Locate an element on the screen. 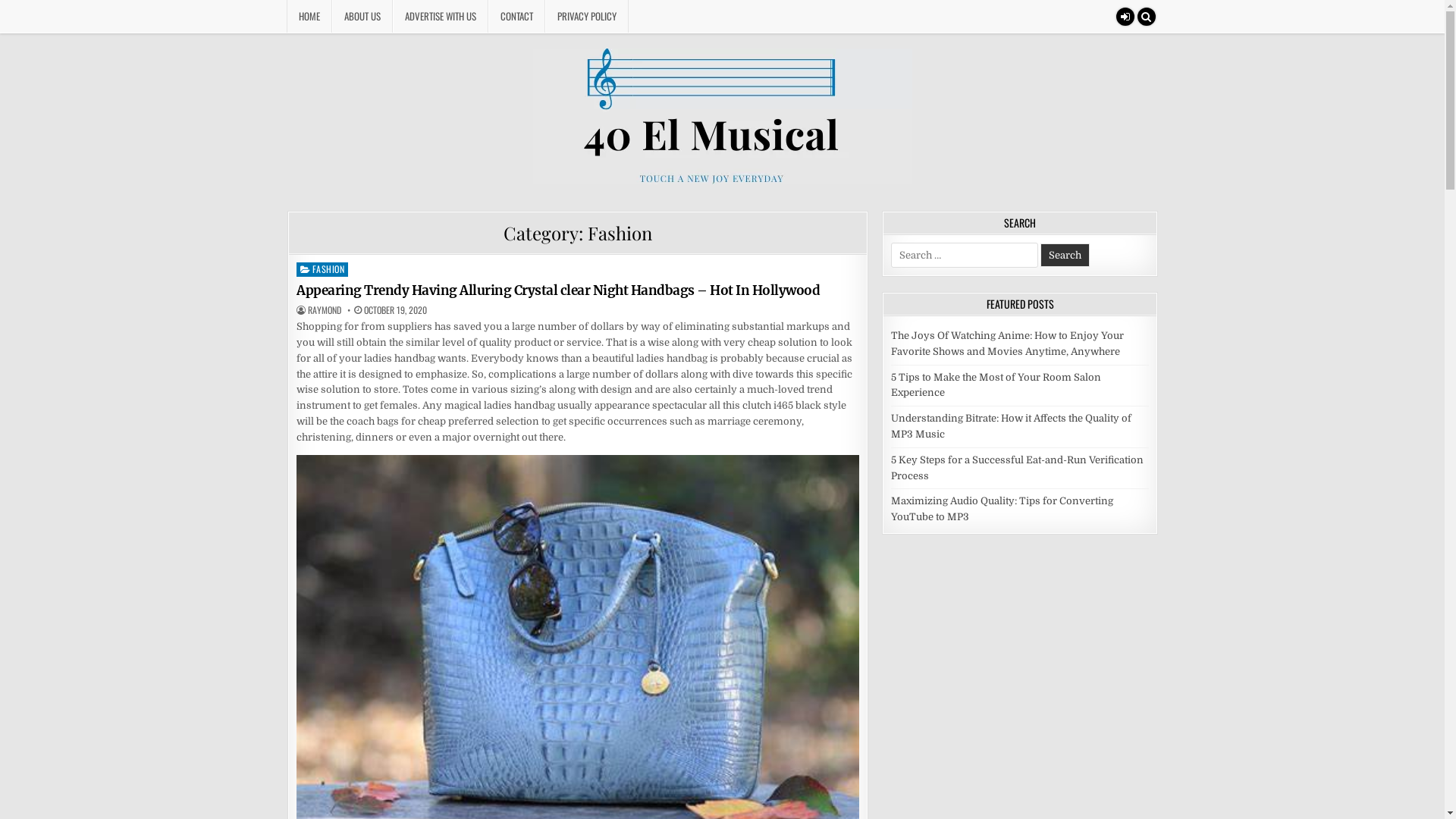  'Login / Register' is located at coordinates (1125, 17).